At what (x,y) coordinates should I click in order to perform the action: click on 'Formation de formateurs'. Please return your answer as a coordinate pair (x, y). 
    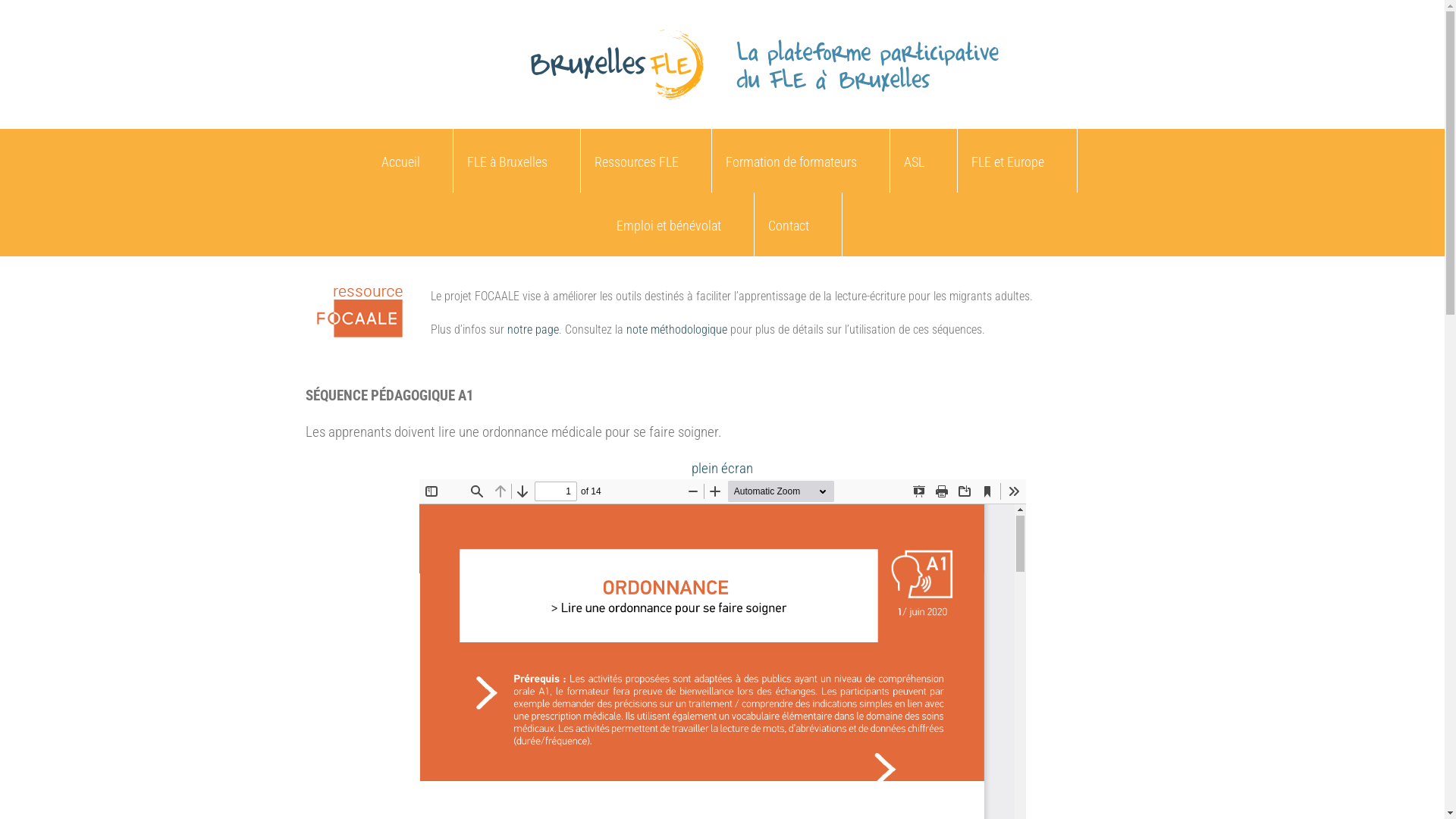
    Looking at the image, I should click on (789, 161).